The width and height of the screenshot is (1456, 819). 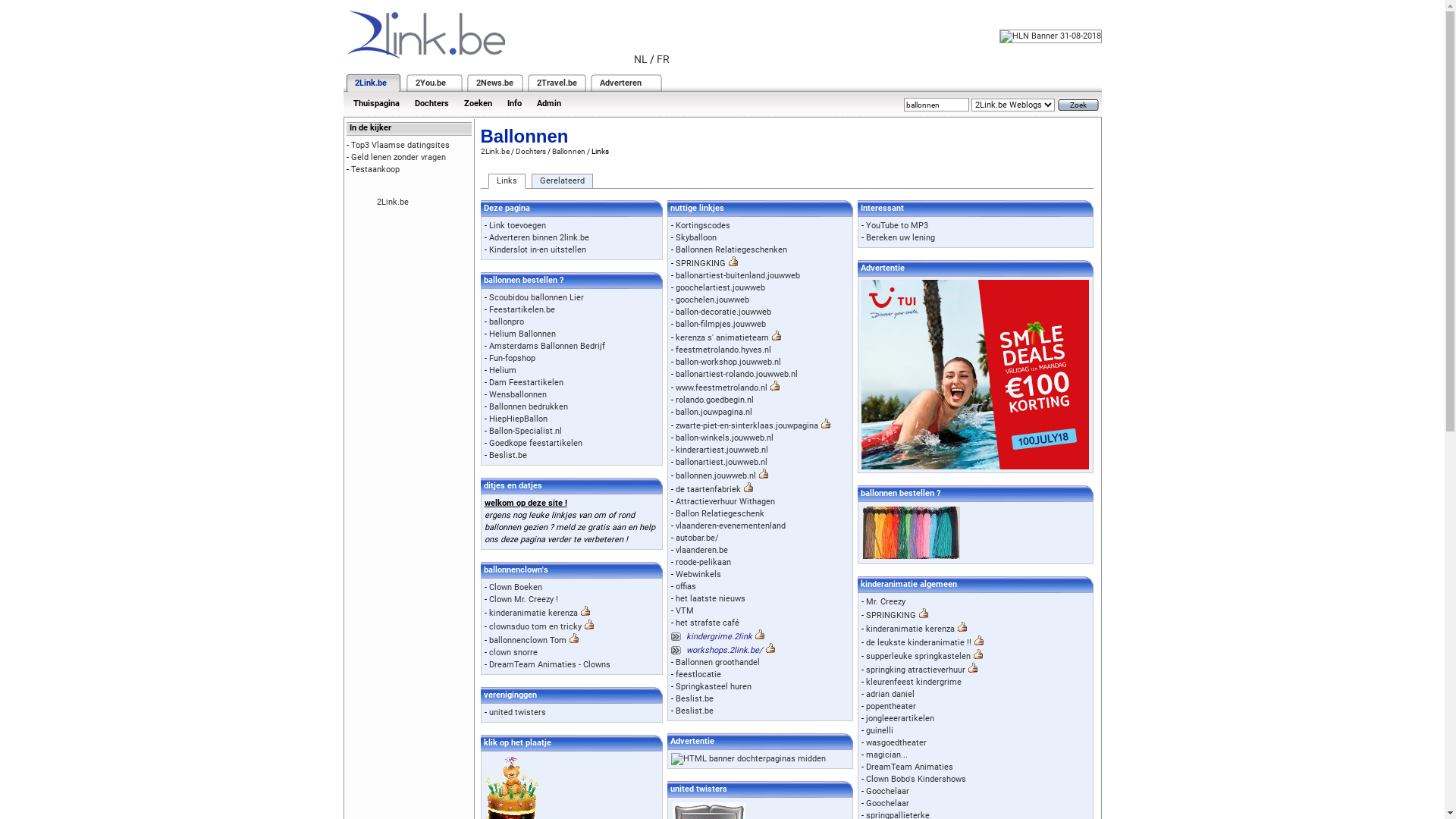 What do you see at coordinates (531, 151) in the screenshot?
I see `'Dochters'` at bounding box center [531, 151].